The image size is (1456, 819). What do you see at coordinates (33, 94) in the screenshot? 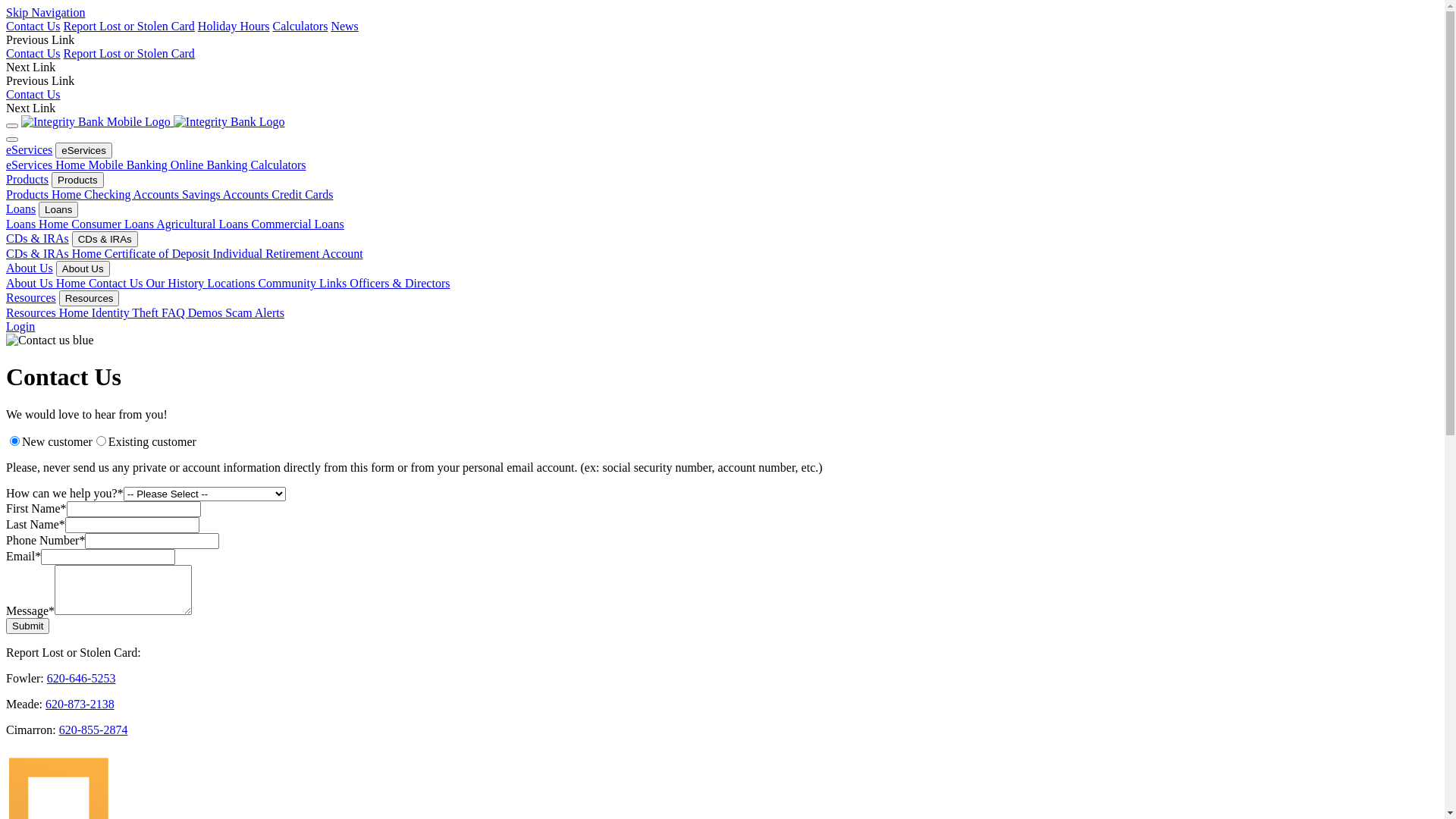
I see `'Contact Us'` at bounding box center [33, 94].